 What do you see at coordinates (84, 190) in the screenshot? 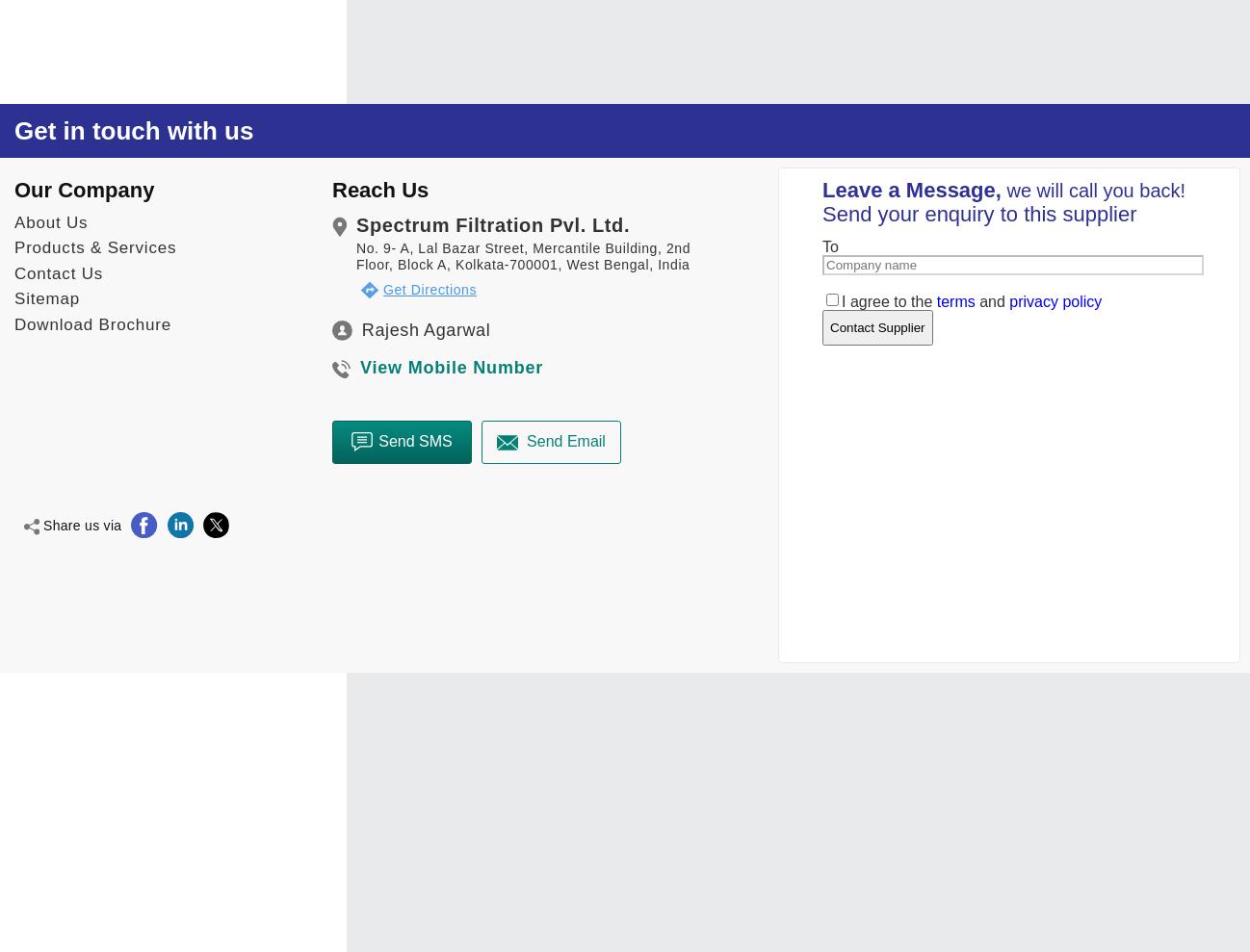
I see `'Our Company'` at bounding box center [84, 190].